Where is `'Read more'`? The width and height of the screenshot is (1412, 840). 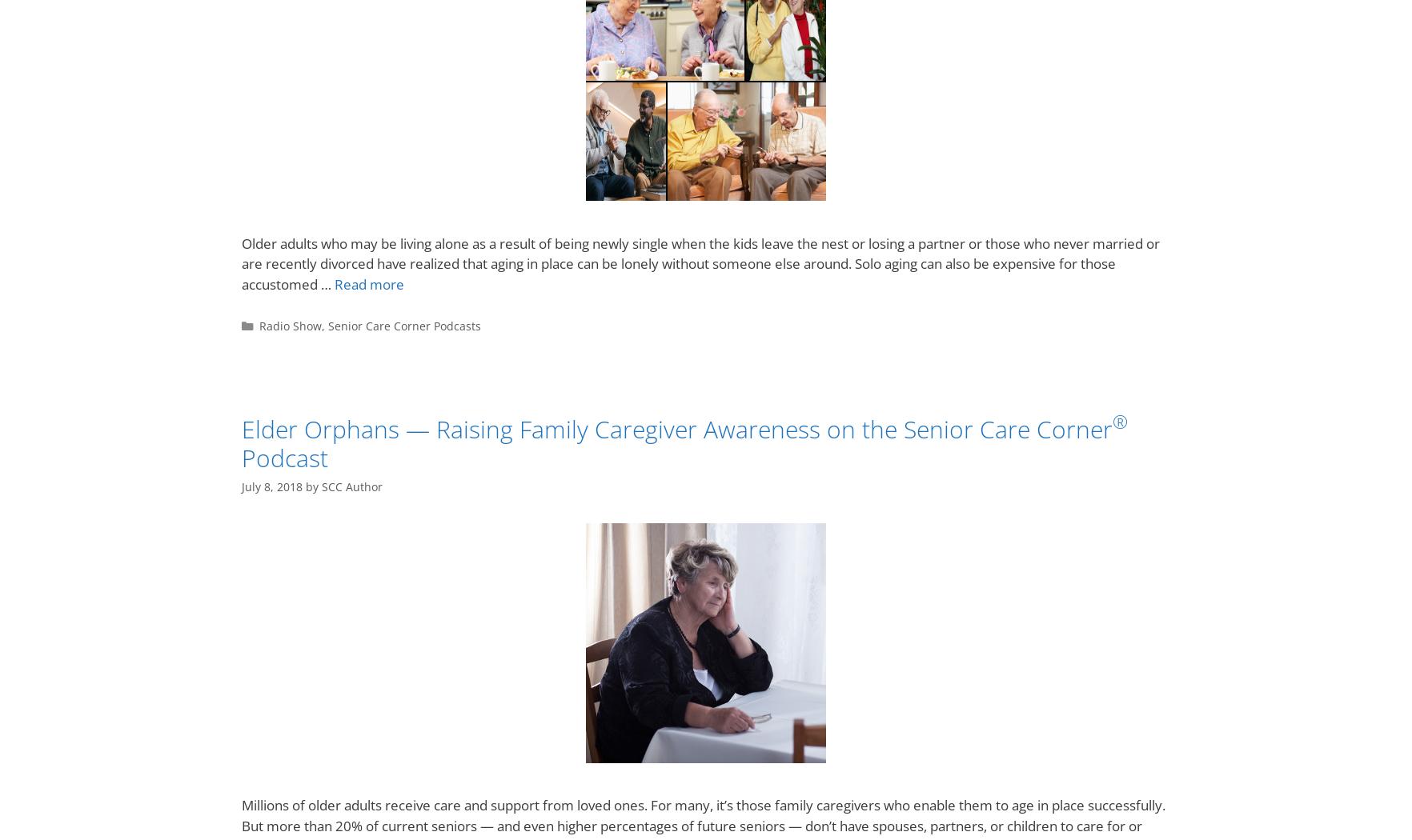
'Read more' is located at coordinates (368, 282).